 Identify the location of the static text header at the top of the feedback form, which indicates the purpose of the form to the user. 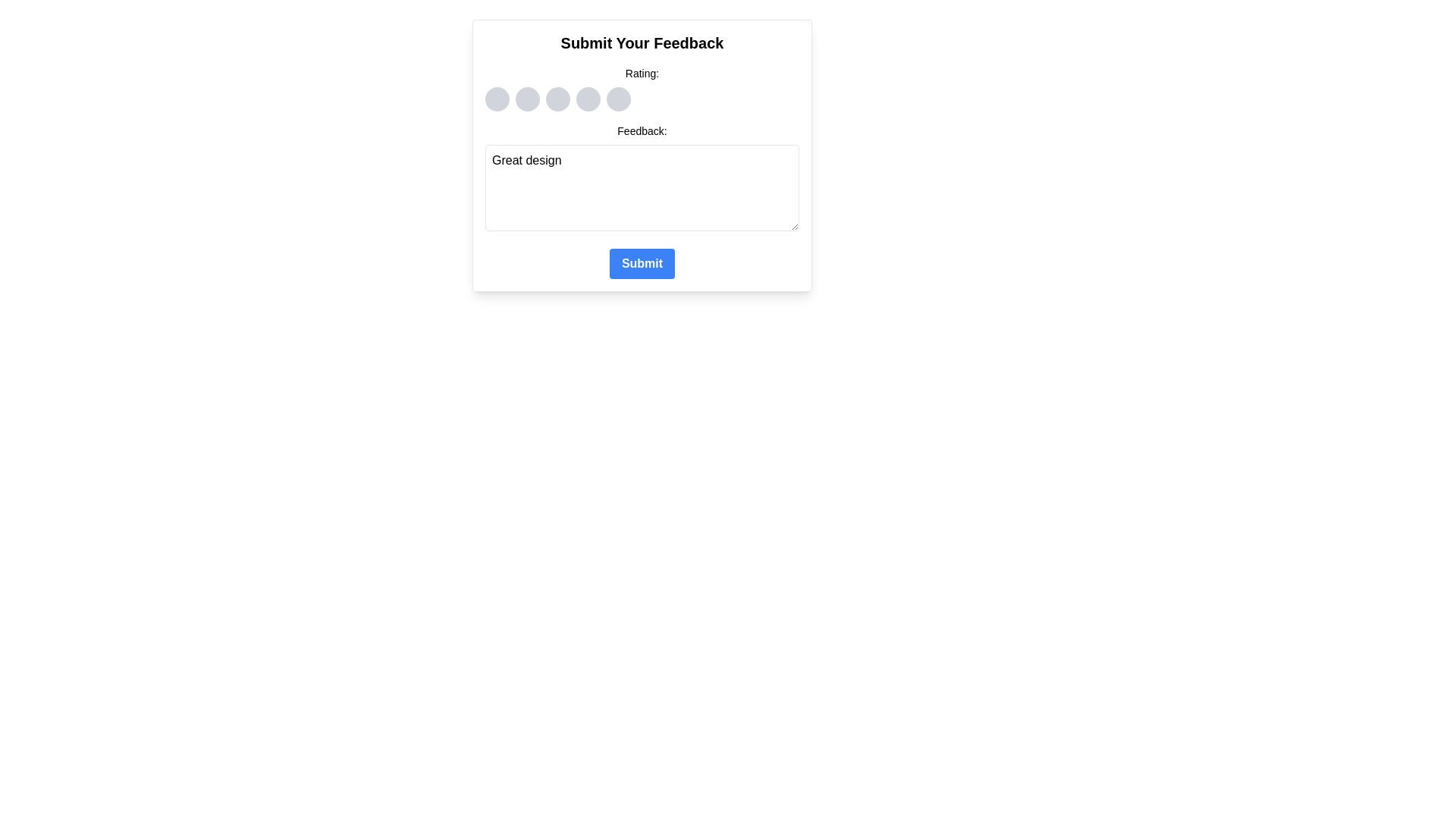
(642, 42).